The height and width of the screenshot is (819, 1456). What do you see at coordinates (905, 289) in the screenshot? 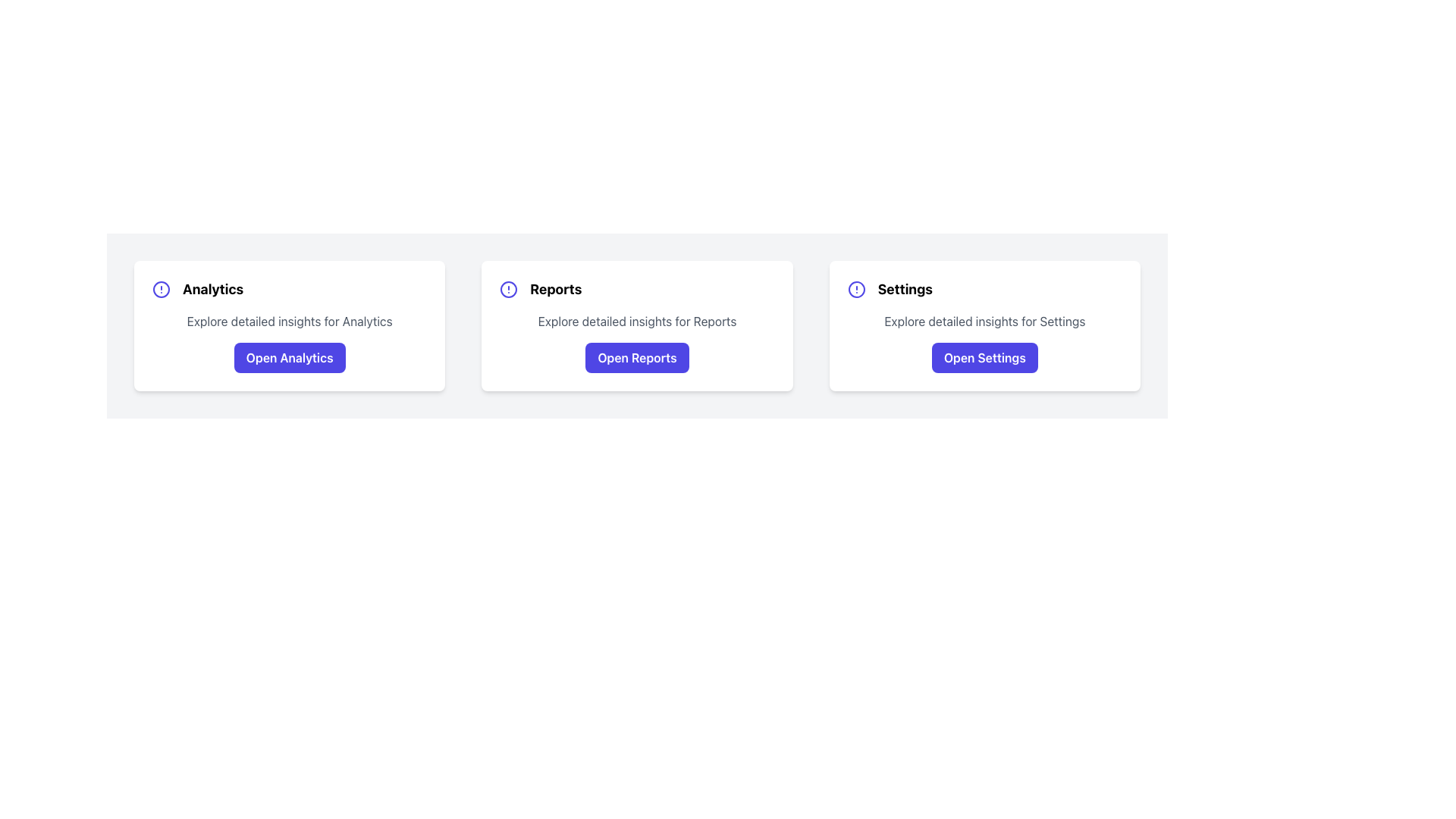
I see `the bold 'Settings' text element, which is styled as a headline and located in the second column of the 'Settings' section` at bounding box center [905, 289].